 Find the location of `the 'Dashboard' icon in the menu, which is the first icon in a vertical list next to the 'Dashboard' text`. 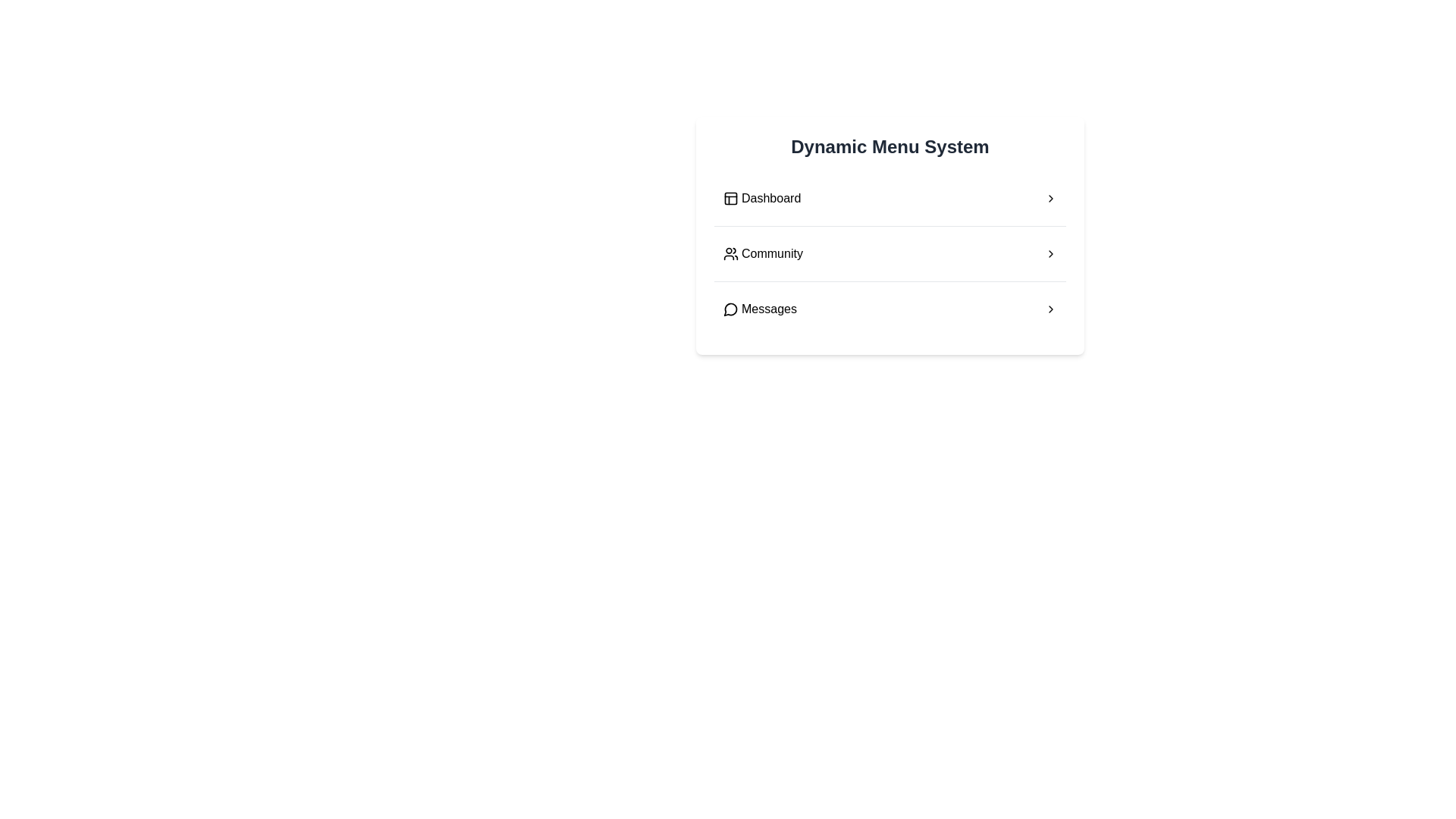

the 'Dashboard' icon in the menu, which is the first icon in a vertical list next to the 'Dashboard' text is located at coordinates (731, 198).